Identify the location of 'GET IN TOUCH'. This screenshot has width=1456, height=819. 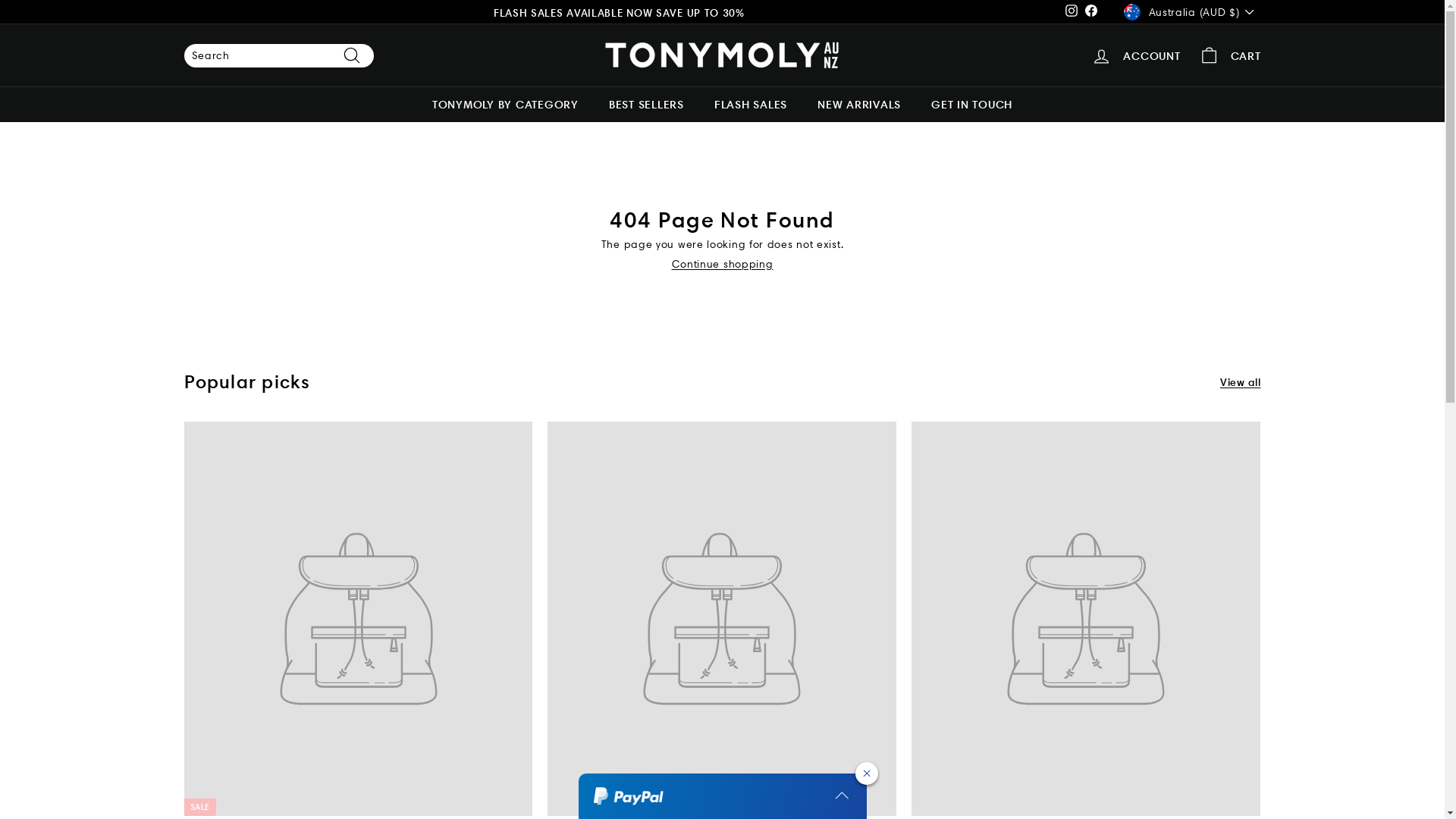
(971, 103).